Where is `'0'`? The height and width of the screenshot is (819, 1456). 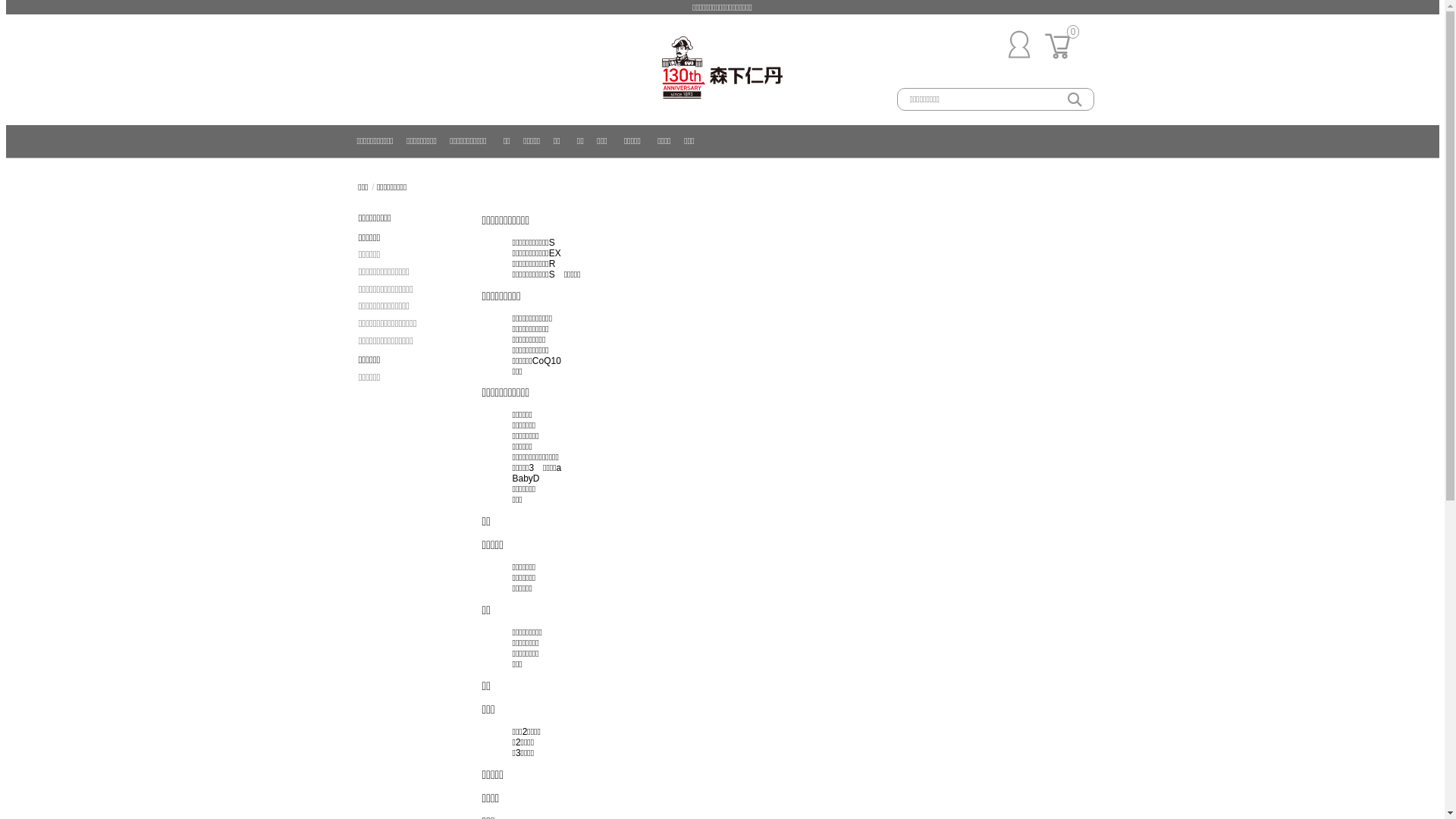 '0' is located at coordinates (1061, 61).